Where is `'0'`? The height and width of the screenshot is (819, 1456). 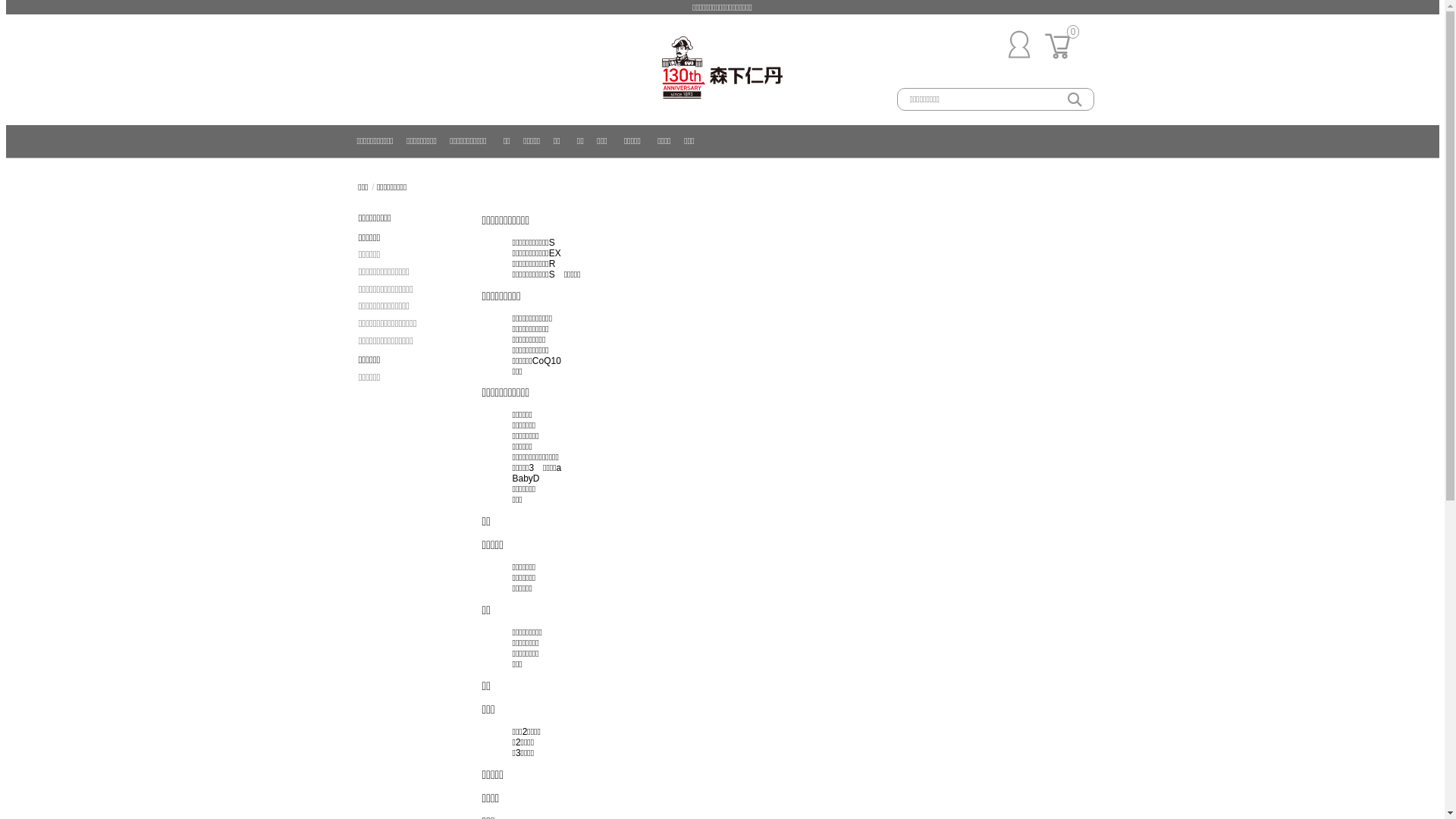 '0' is located at coordinates (1061, 61).